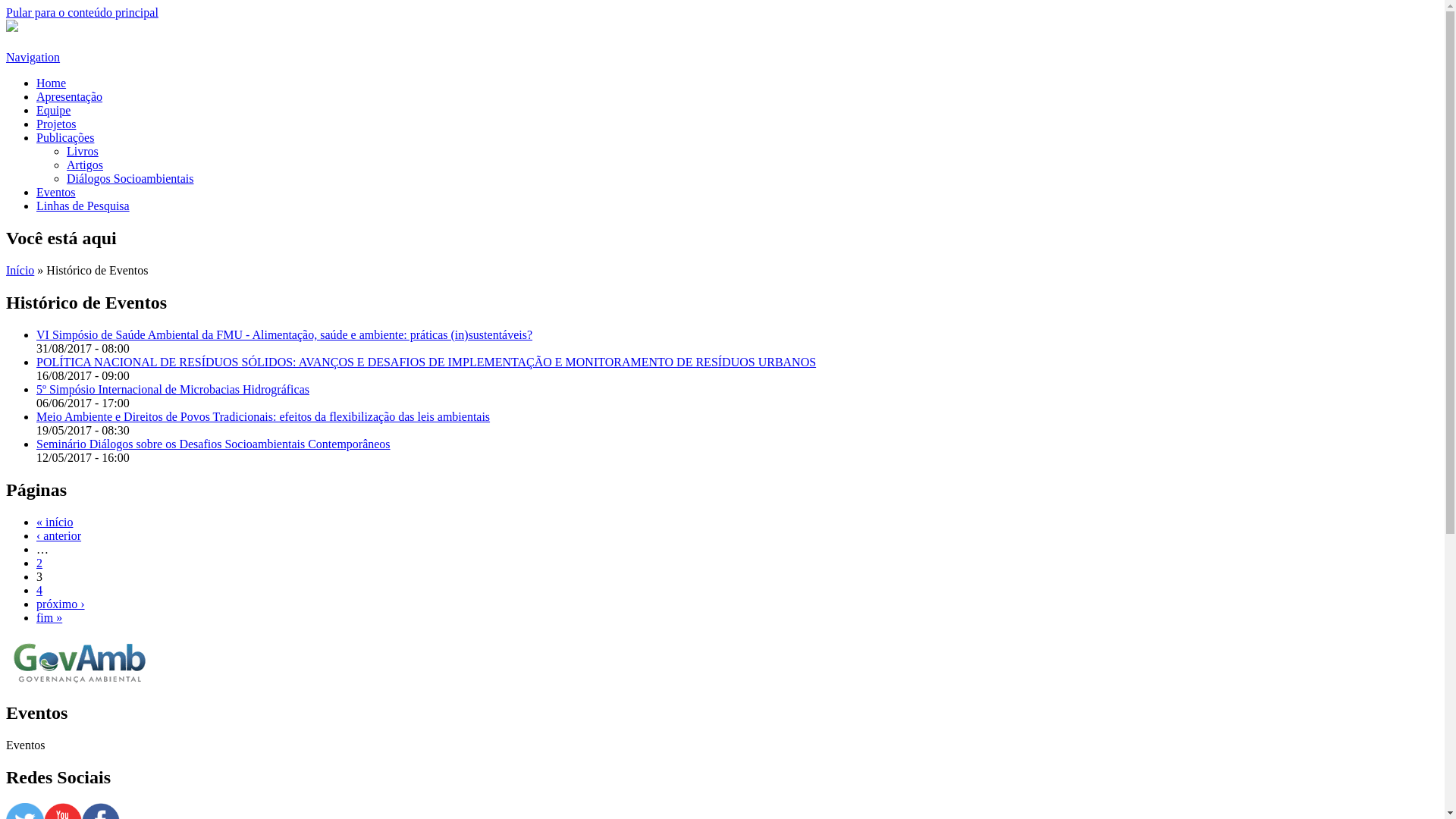  What do you see at coordinates (83, 165) in the screenshot?
I see `'Artigos'` at bounding box center [83, 165].